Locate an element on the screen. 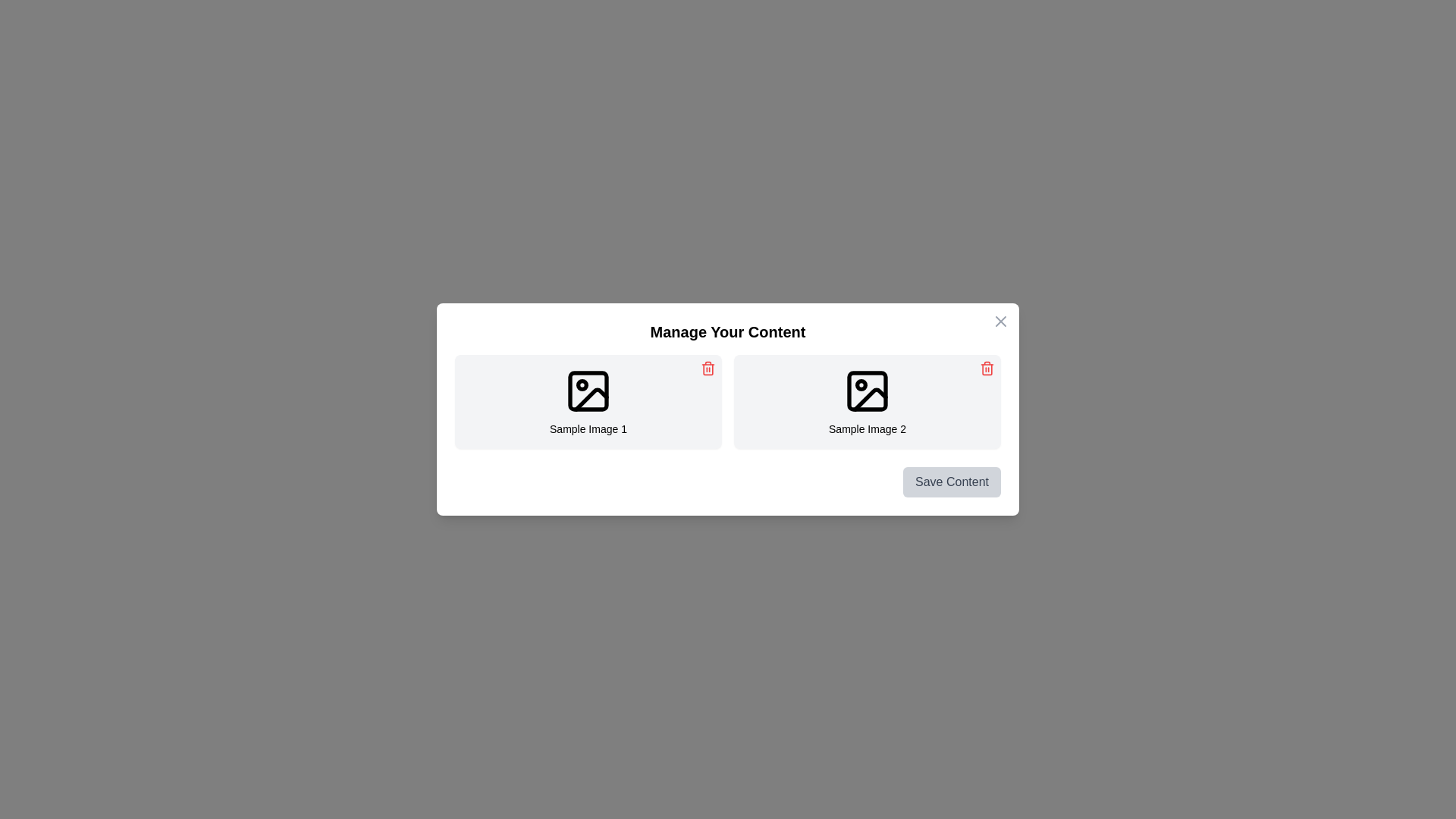 This screenshot has width=1456, height=819. the delete button for the image titled Sample Image 2 is located at coordinates (987, 369).